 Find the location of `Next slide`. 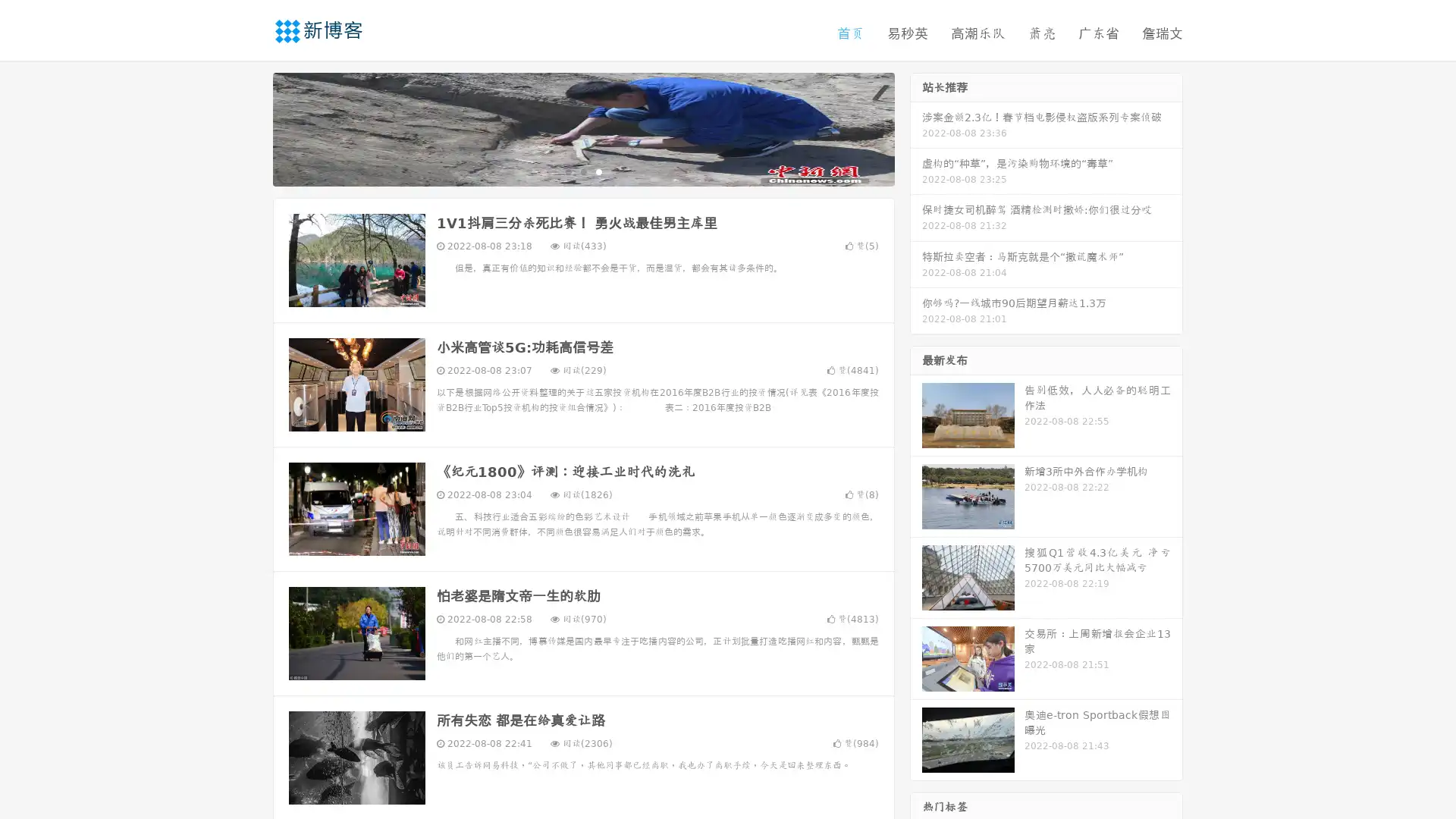

Next slide is located at coordinates (916, 127).